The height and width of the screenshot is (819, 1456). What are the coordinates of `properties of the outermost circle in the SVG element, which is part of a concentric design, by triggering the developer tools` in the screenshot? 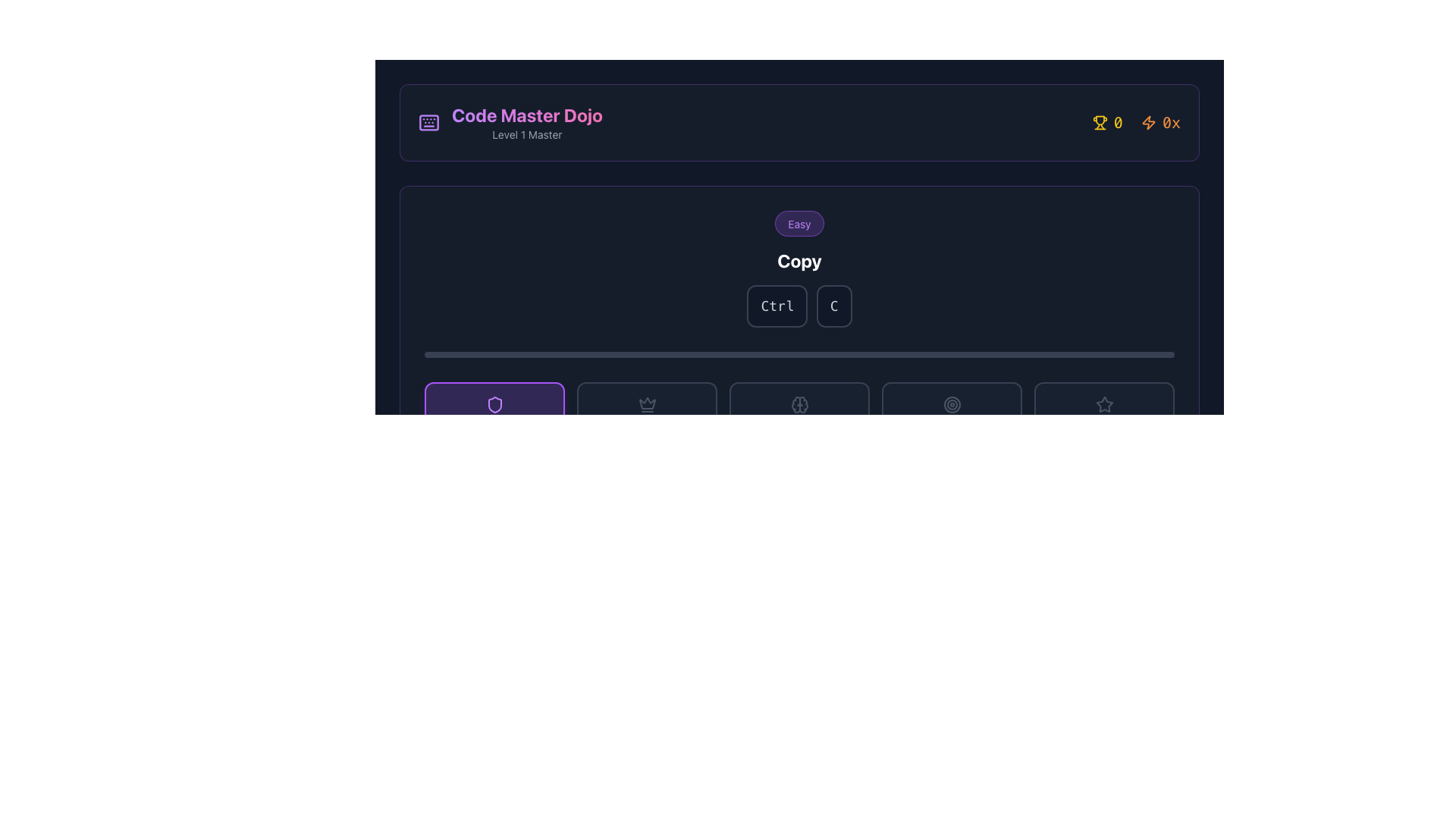 It's located at (951, 403).